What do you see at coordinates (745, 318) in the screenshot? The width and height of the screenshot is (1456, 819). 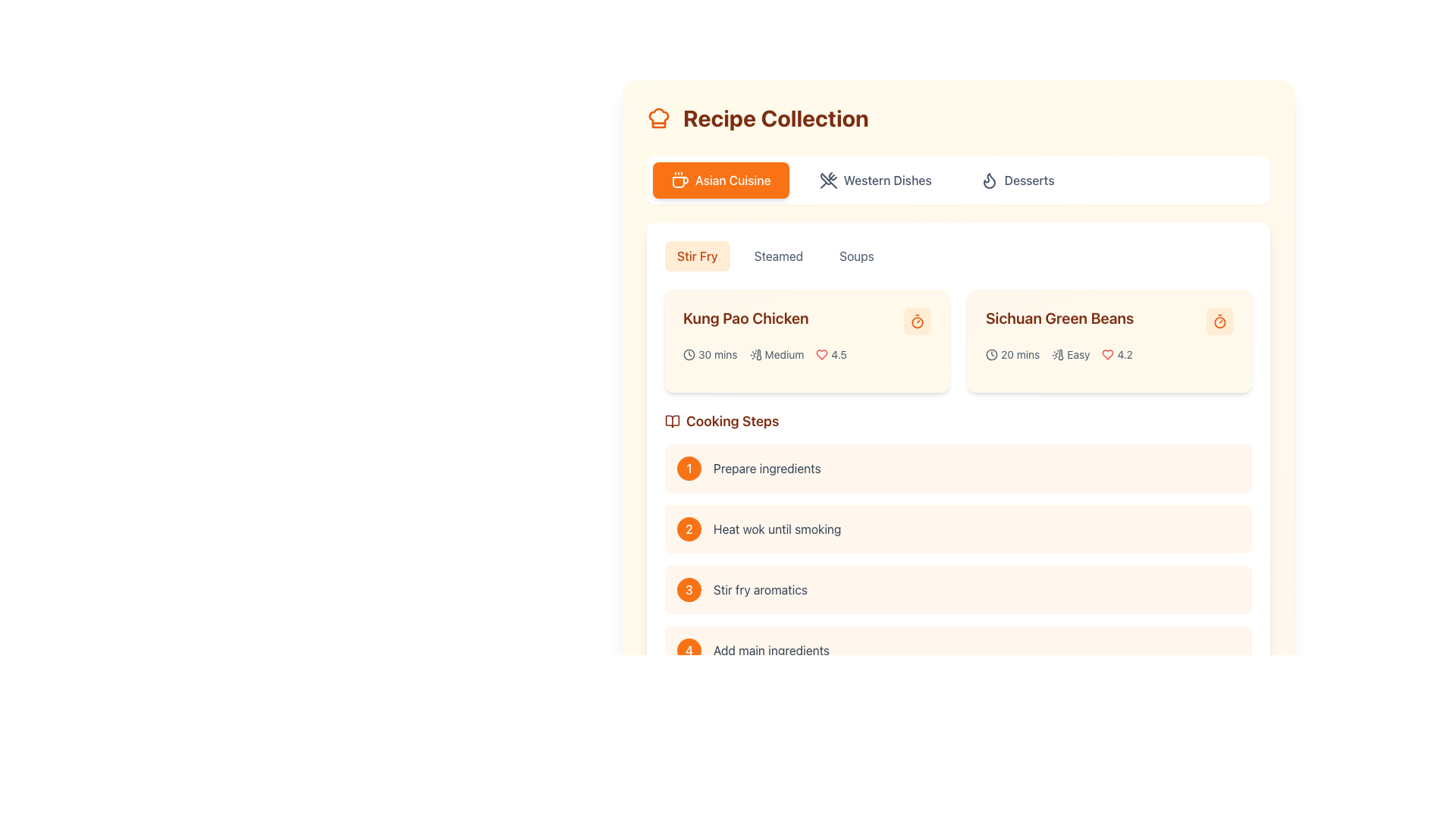 I see `the text label displaying 'Kung Pao Chicken' in a bold orange-brown font, which is prominently positioned within the card-like structure for the recipe` at bounding box center [745, 318].